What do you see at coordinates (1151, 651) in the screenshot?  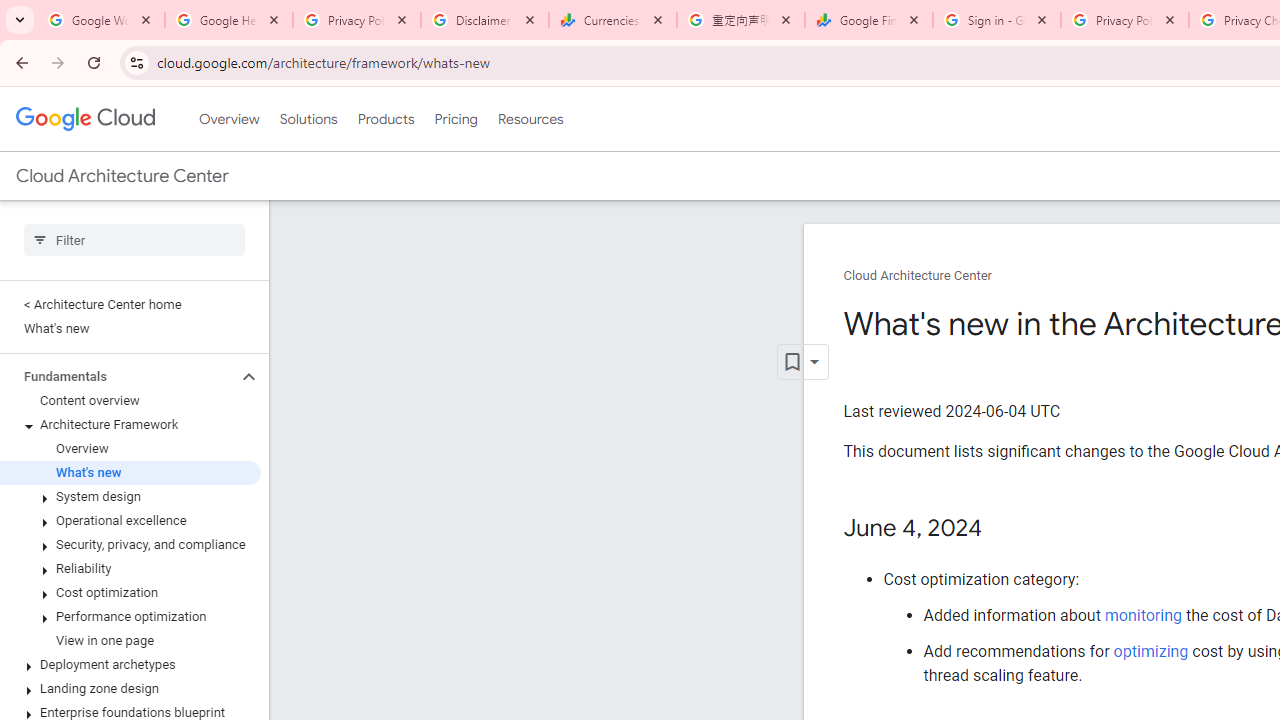 I see `'optimizing'` at bounding box center [1151, 651].